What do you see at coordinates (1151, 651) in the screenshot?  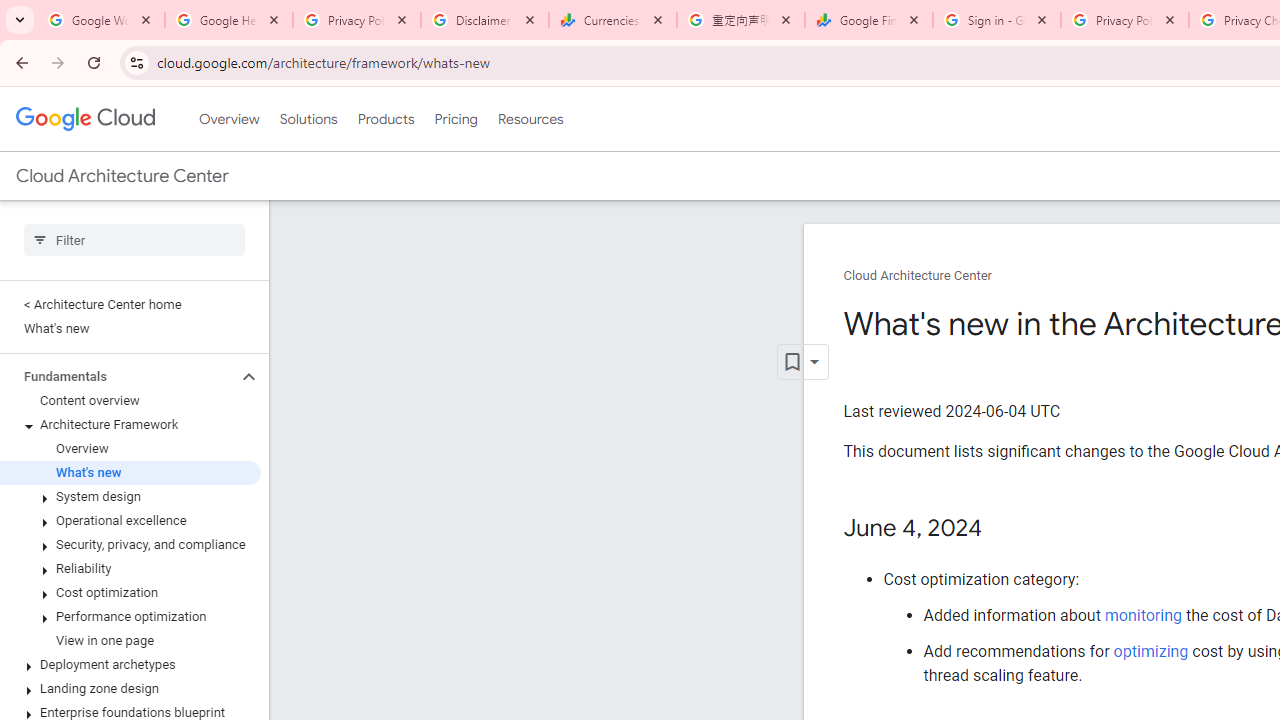 I see `'optimizing'` at bounding box center [1151, 651].